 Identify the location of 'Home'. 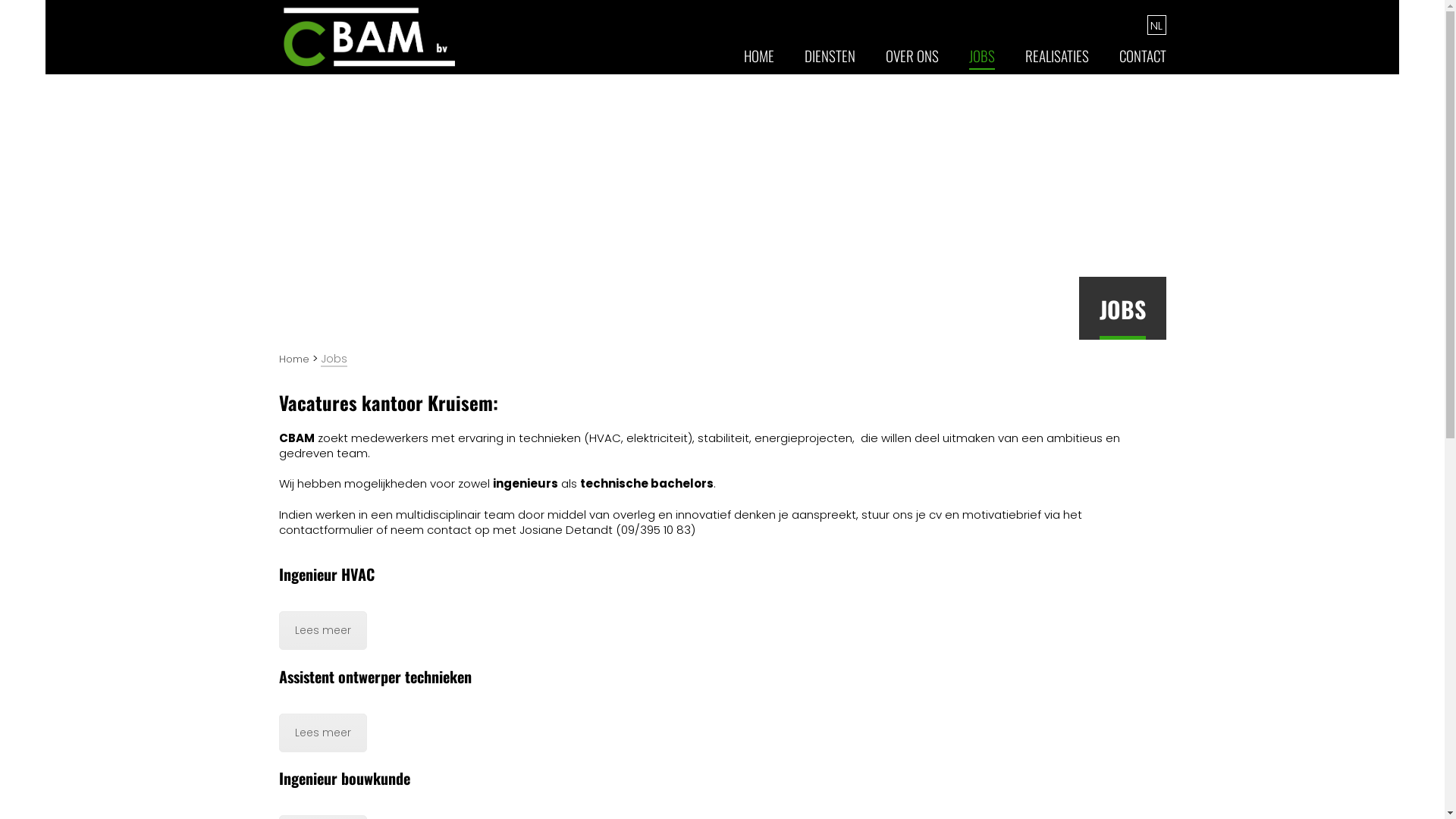
(294, 359).